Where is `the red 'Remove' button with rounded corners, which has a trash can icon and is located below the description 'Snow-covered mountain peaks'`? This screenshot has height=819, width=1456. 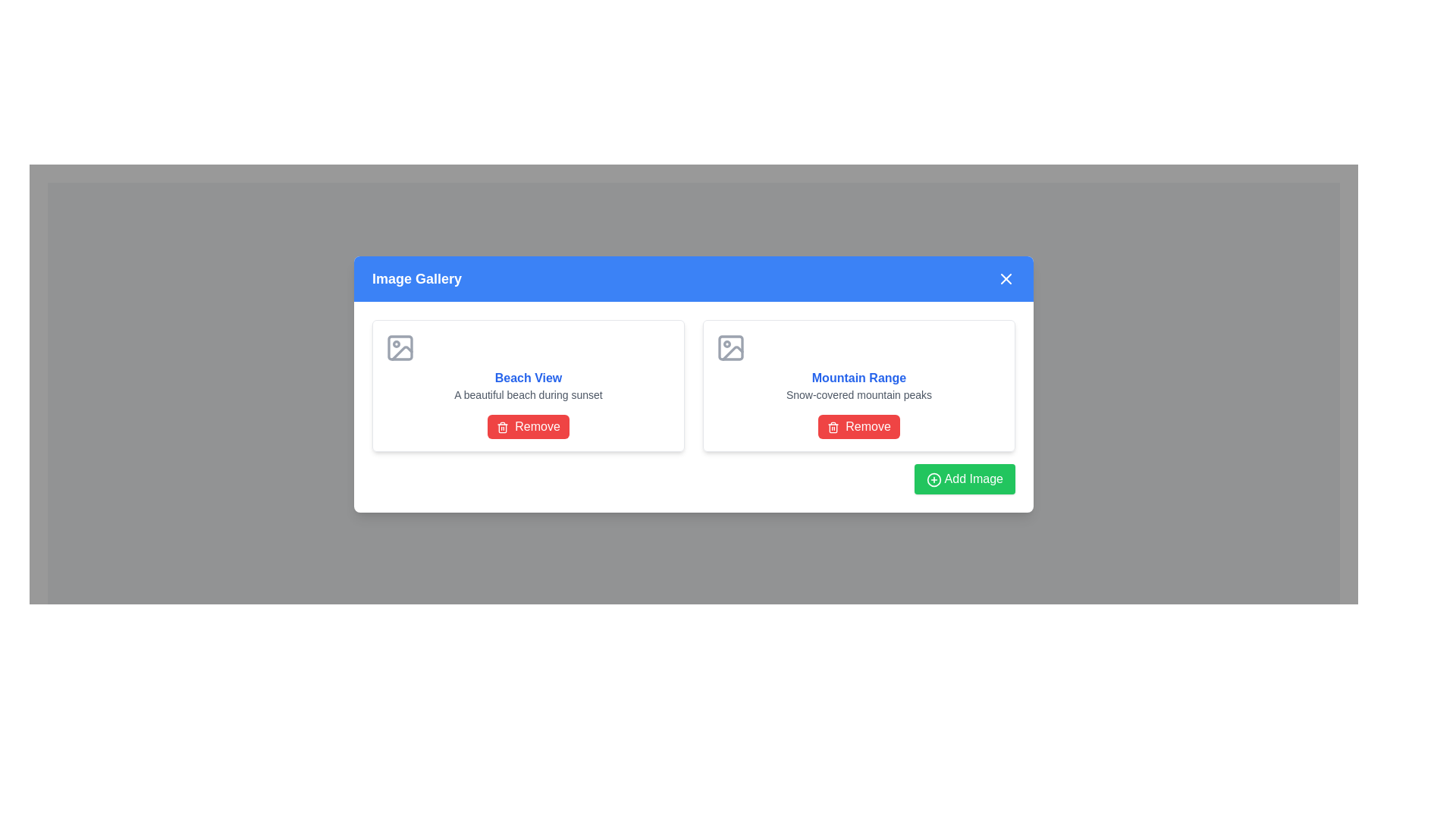 the red 'Remove' button with rounded corners, which has a trash can icon and is located below the description 'Snow-covered mountain peaks' is located at coordinates (858, 427).